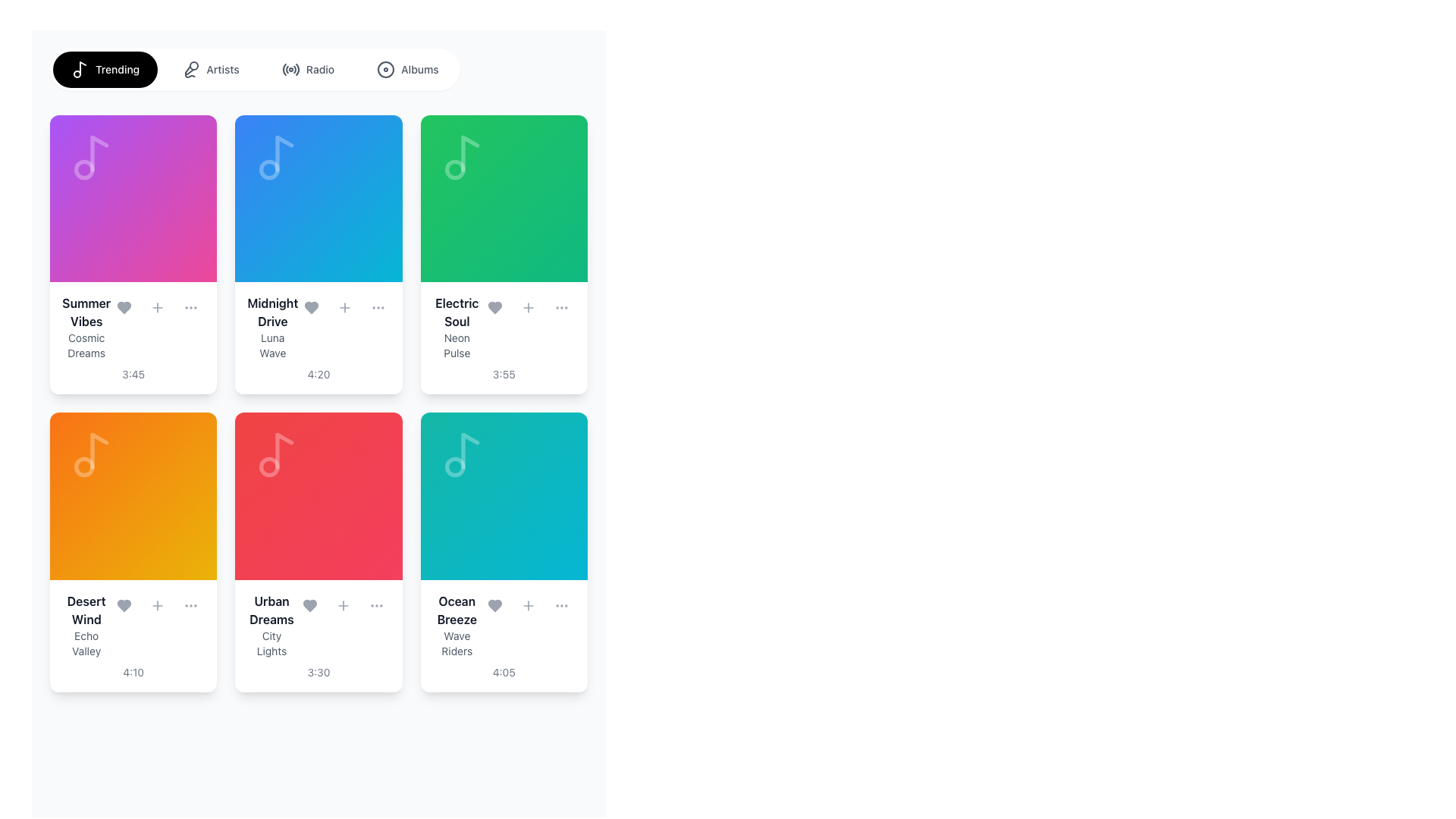 Image resolution: width=1456 pixels, height=819 pixels. What do you see at coordinates (158, 604) in the screenshot?
I see `the plus icon button located in the bottom row of the 'Desert Wind' card, which is positioned to the right of the heart icon and to the left of the three-dot menu icon` at bounding box center [158, 604].